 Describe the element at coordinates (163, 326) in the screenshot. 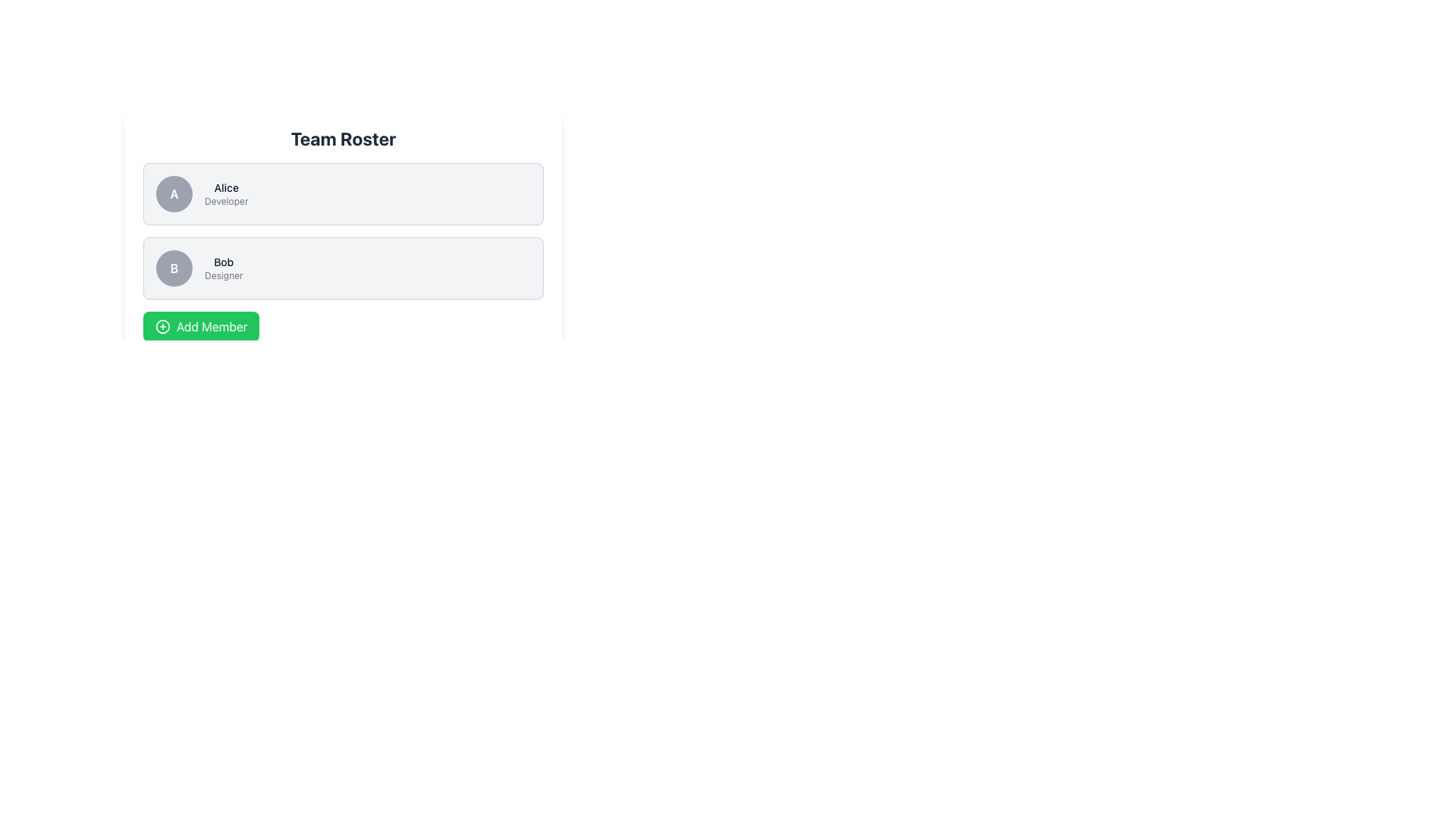

I see `the circular green icon with a plus sign, which is located to the left of the 'Add Member' text button at the bottom of the team member list` at that location.